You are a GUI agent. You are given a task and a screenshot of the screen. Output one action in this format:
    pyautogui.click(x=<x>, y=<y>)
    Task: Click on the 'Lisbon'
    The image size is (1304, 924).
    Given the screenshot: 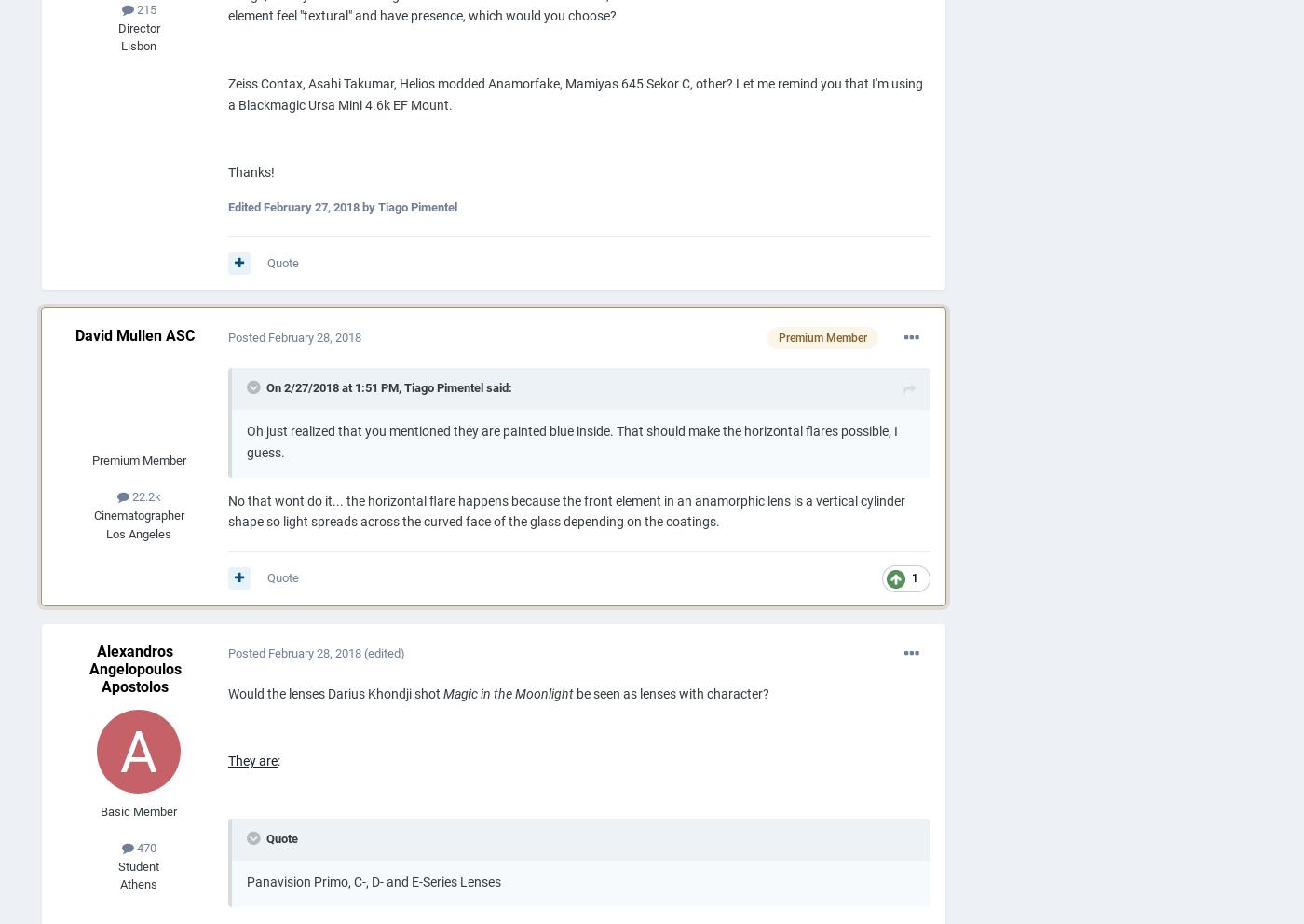 What is the action you would take?
    pyautogui.click(x=138, y=46)
    